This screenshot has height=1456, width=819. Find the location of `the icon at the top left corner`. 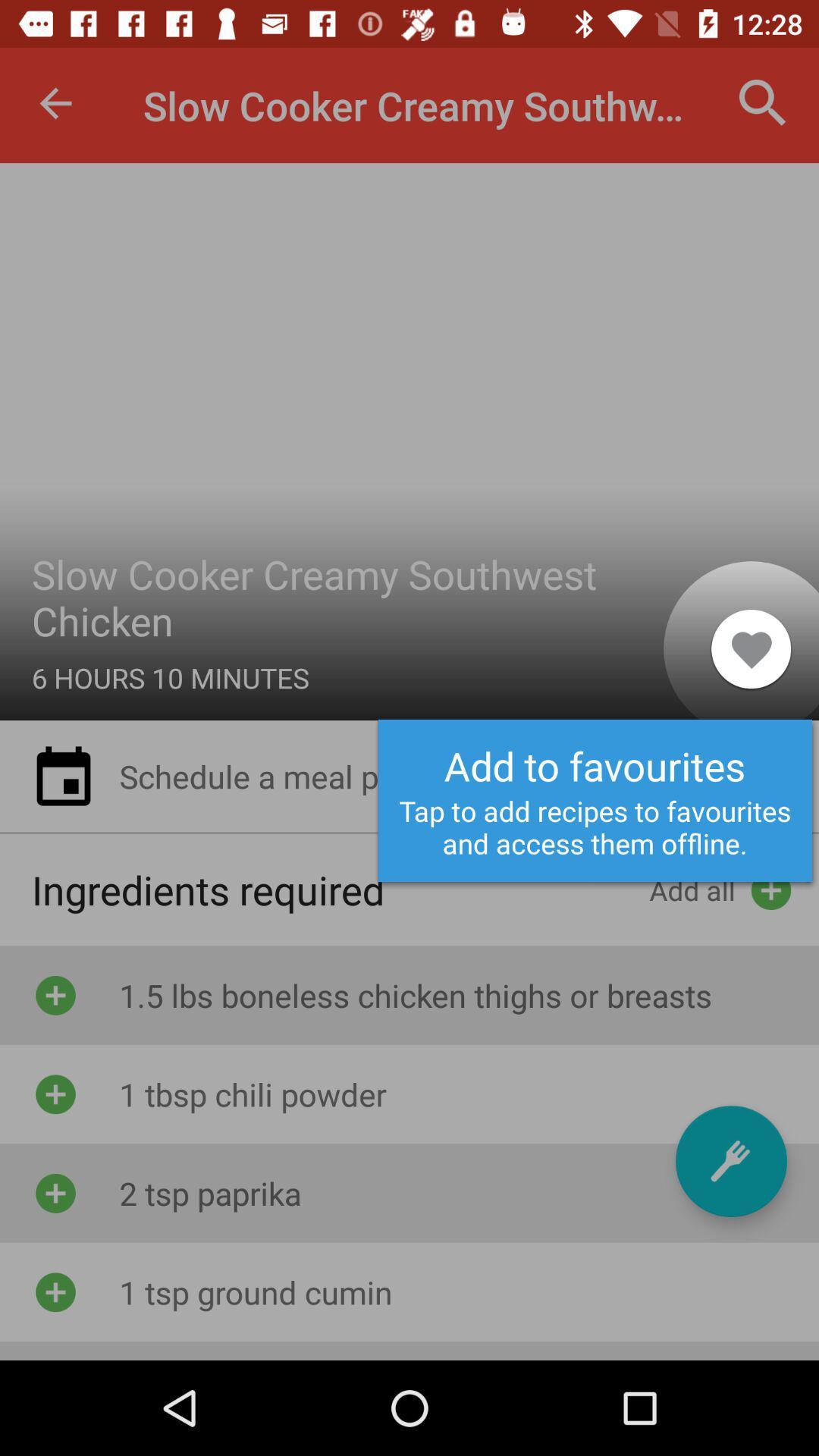

the icon at the top left corner is located at coordinates (55, 102).